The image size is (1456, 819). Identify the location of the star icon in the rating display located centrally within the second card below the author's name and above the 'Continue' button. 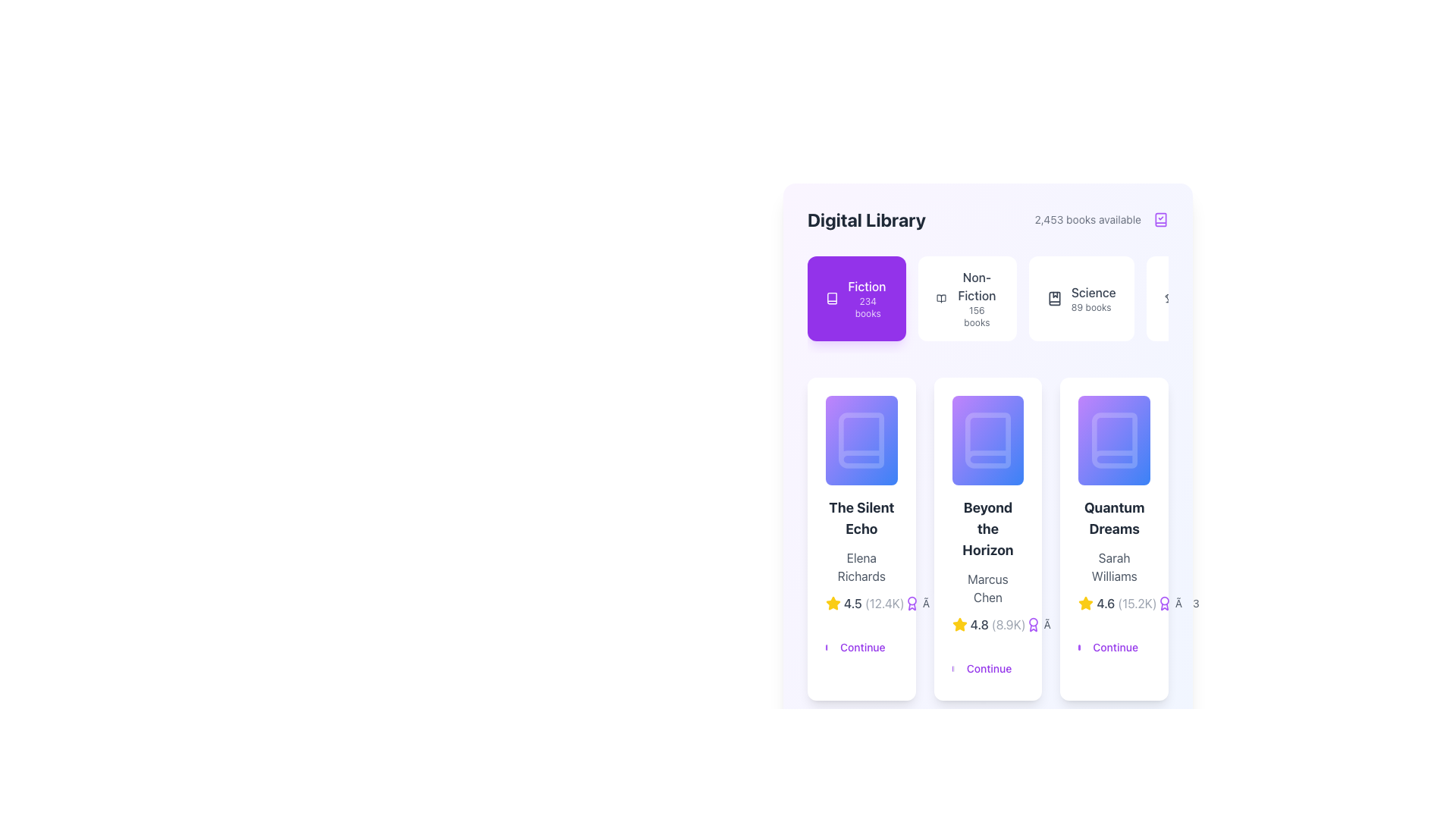
(987, 625).